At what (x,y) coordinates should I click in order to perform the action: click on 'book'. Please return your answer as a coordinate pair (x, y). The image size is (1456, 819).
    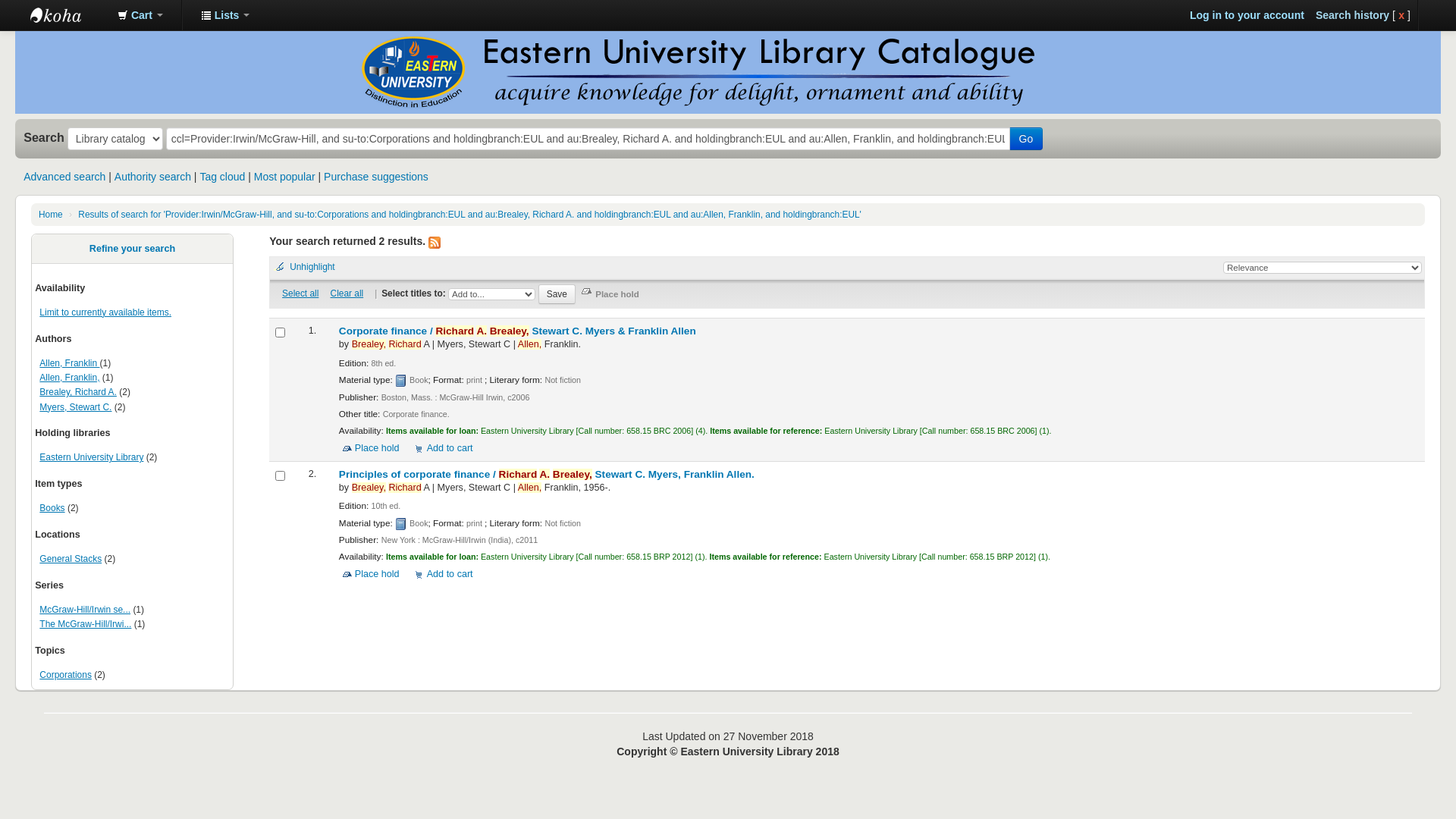
    Looking at the image, I should click on (400, 379).